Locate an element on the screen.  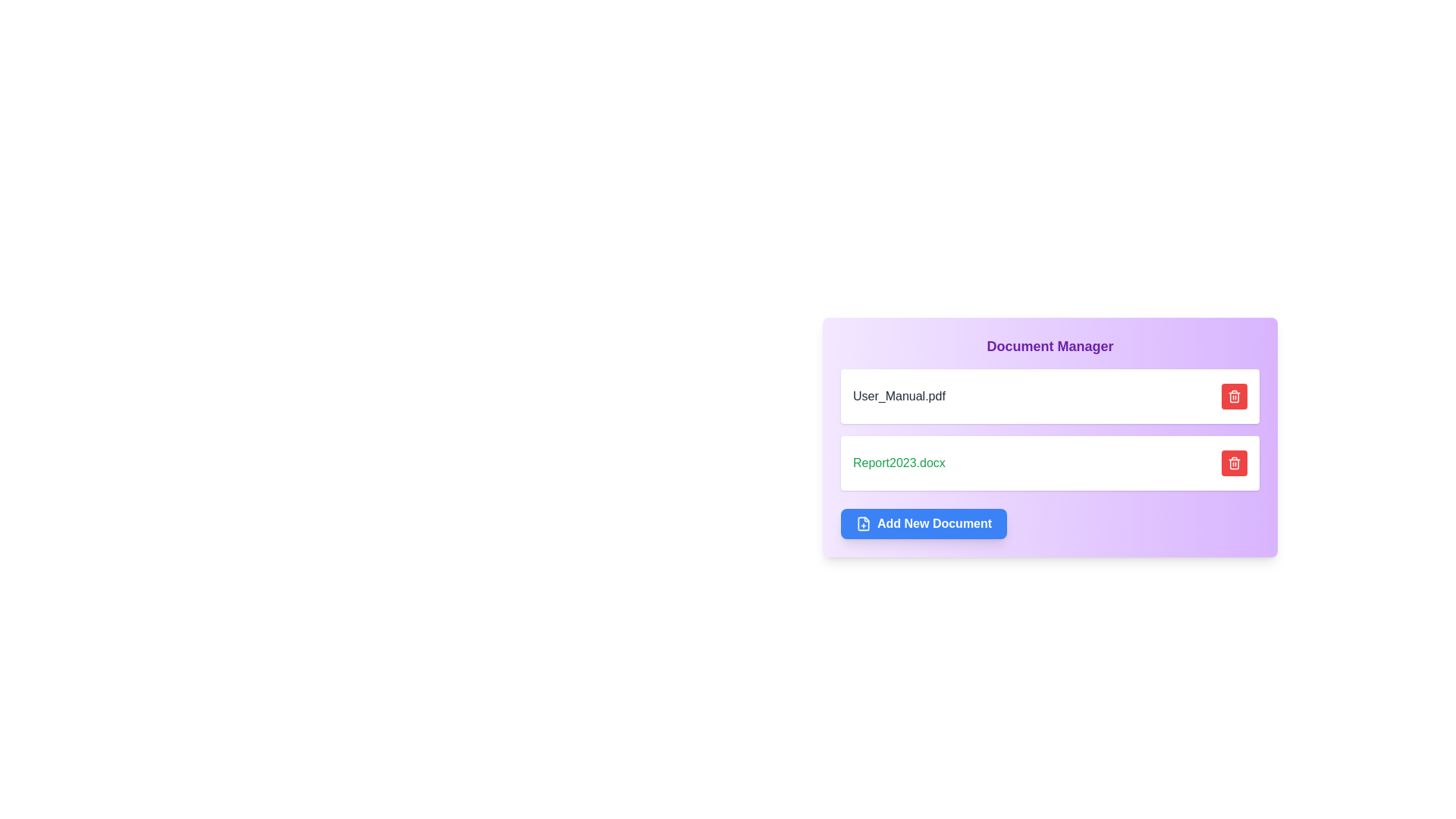
the 'Select' button, which is a rectangular button with a gray background and white text, located in the top-right segment of the first document entry row, adjacent to a red trashcan icon button is located at coordinates (1204, 396).